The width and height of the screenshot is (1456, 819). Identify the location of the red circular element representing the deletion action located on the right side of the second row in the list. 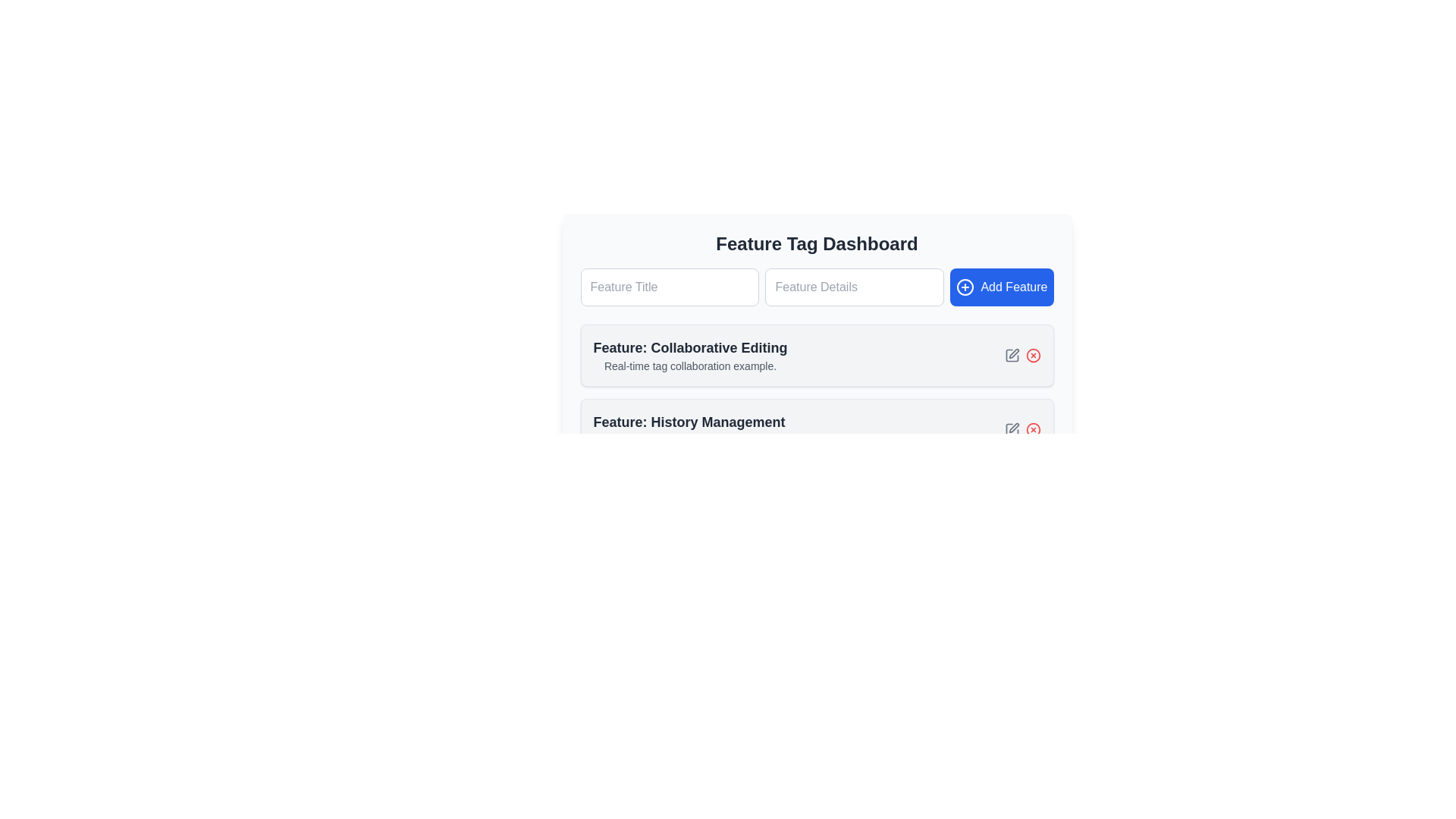
(1032, 430).